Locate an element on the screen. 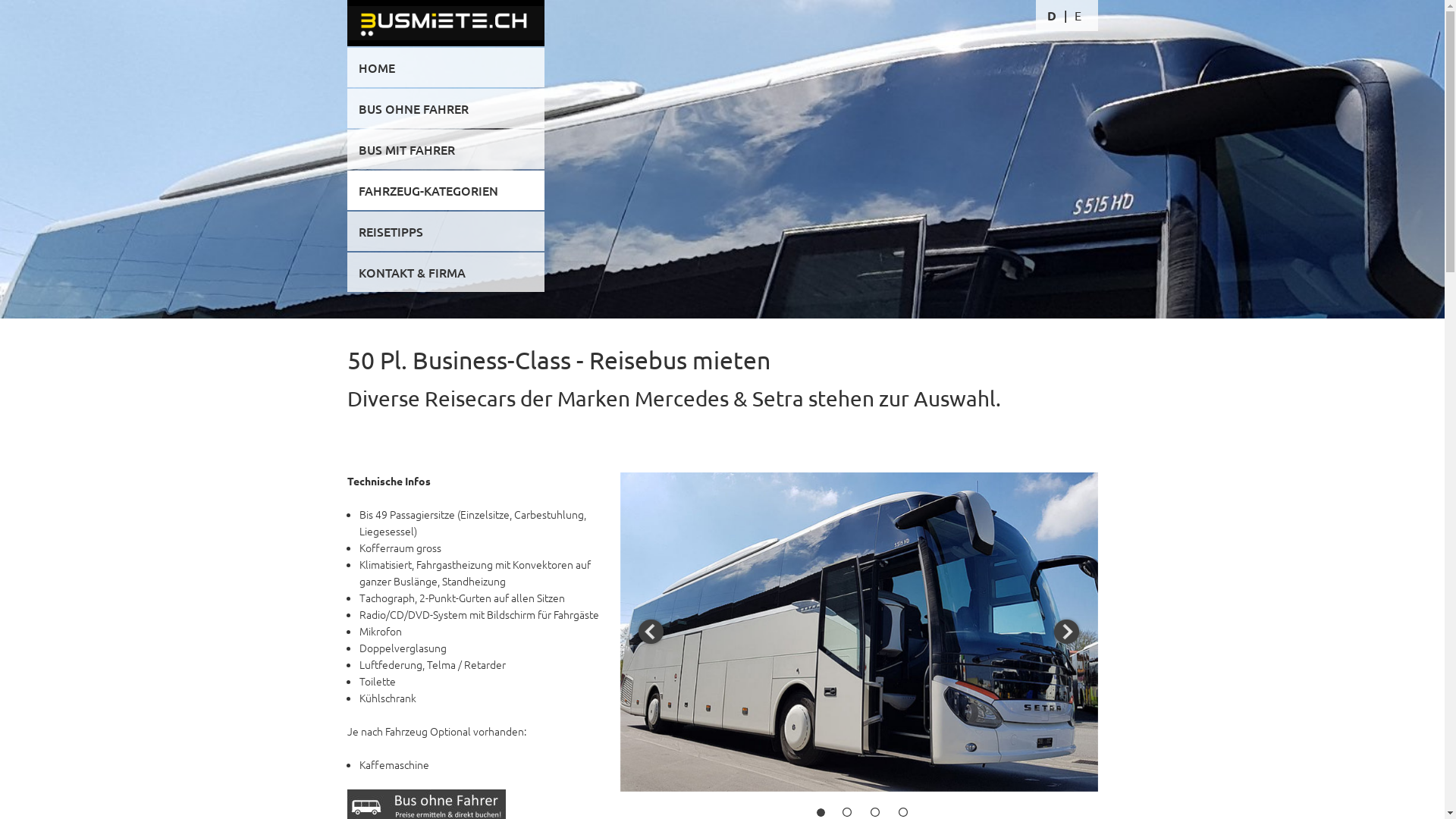  'D' is located at coordinates (1051, 15).